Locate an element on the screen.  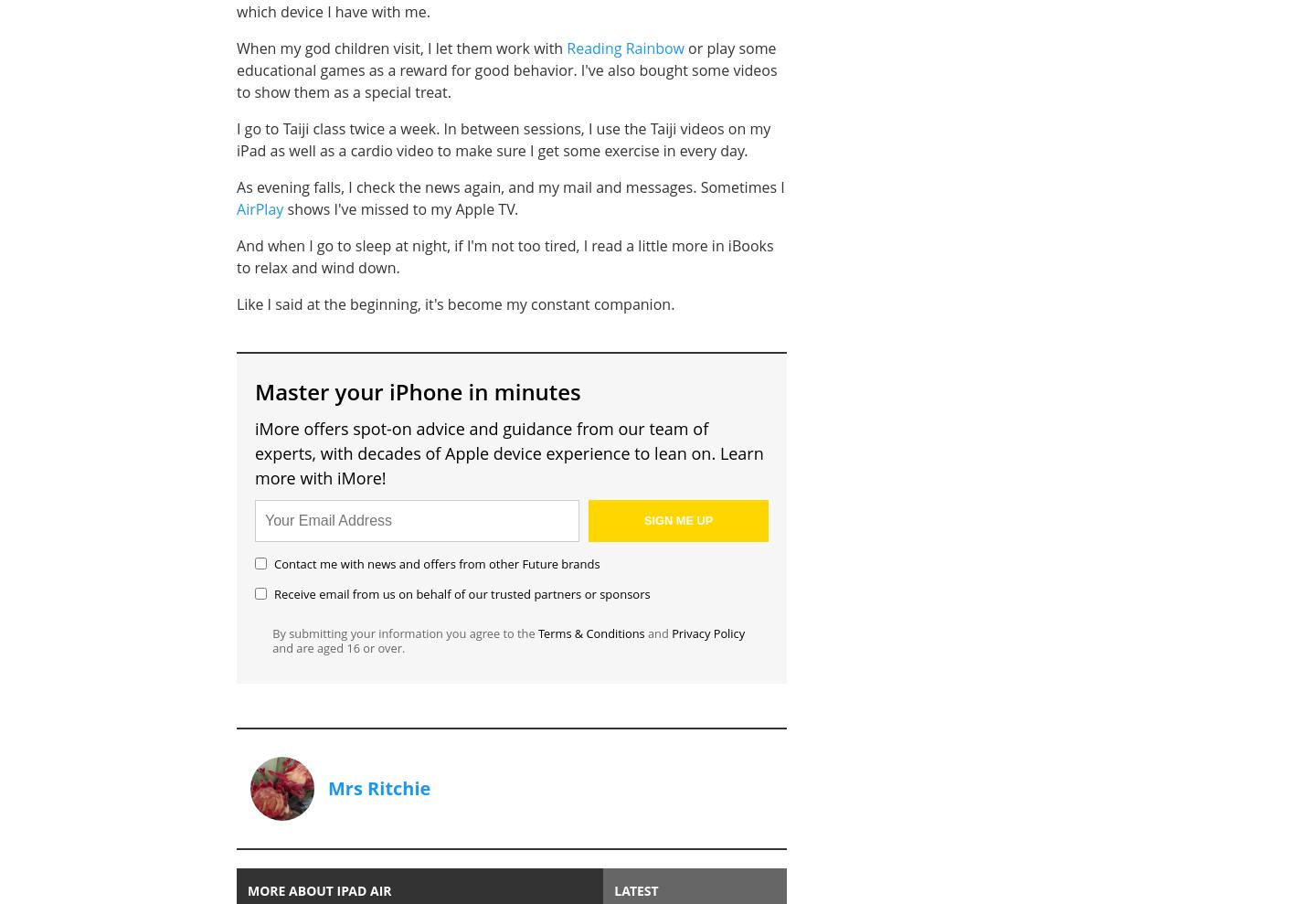
'AirPlay' is located at coordinates (259, 207).